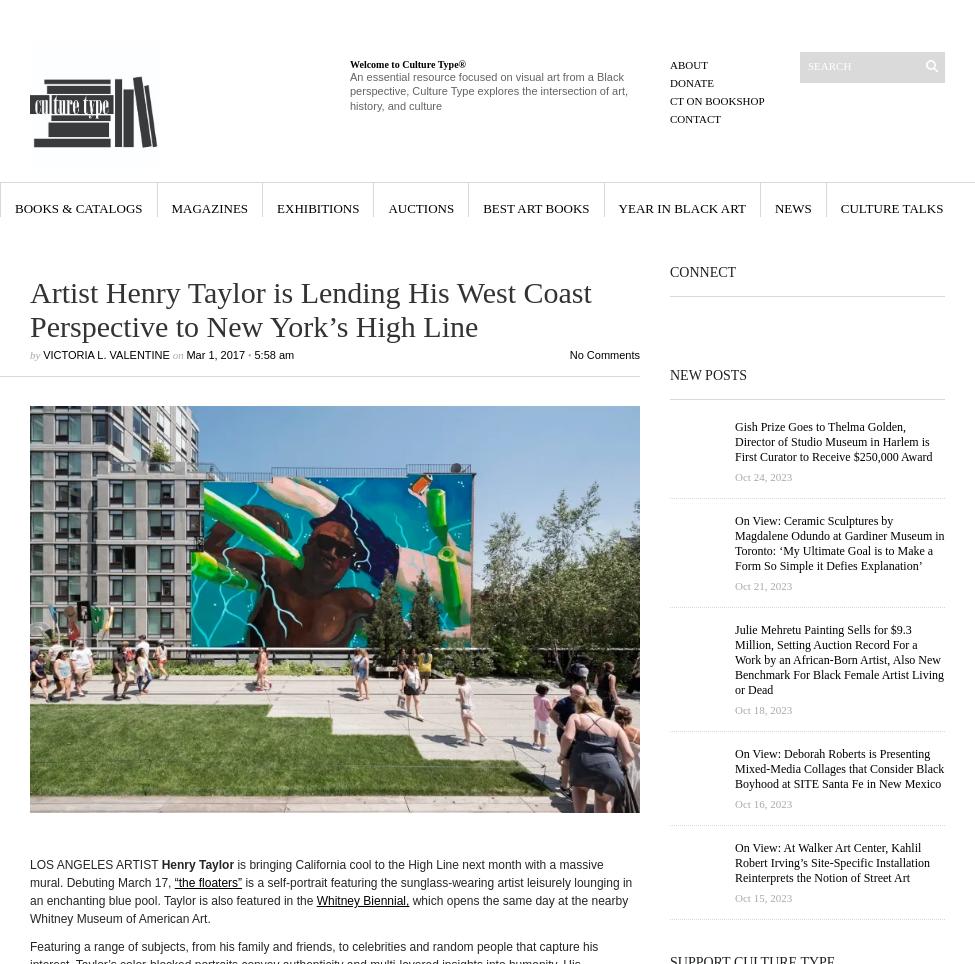 Image resolution: width=975 pixels, height=964 pixels. Describe the element at coordinates (701, 271) in the screenshot. I see `'Connect'` at that location.